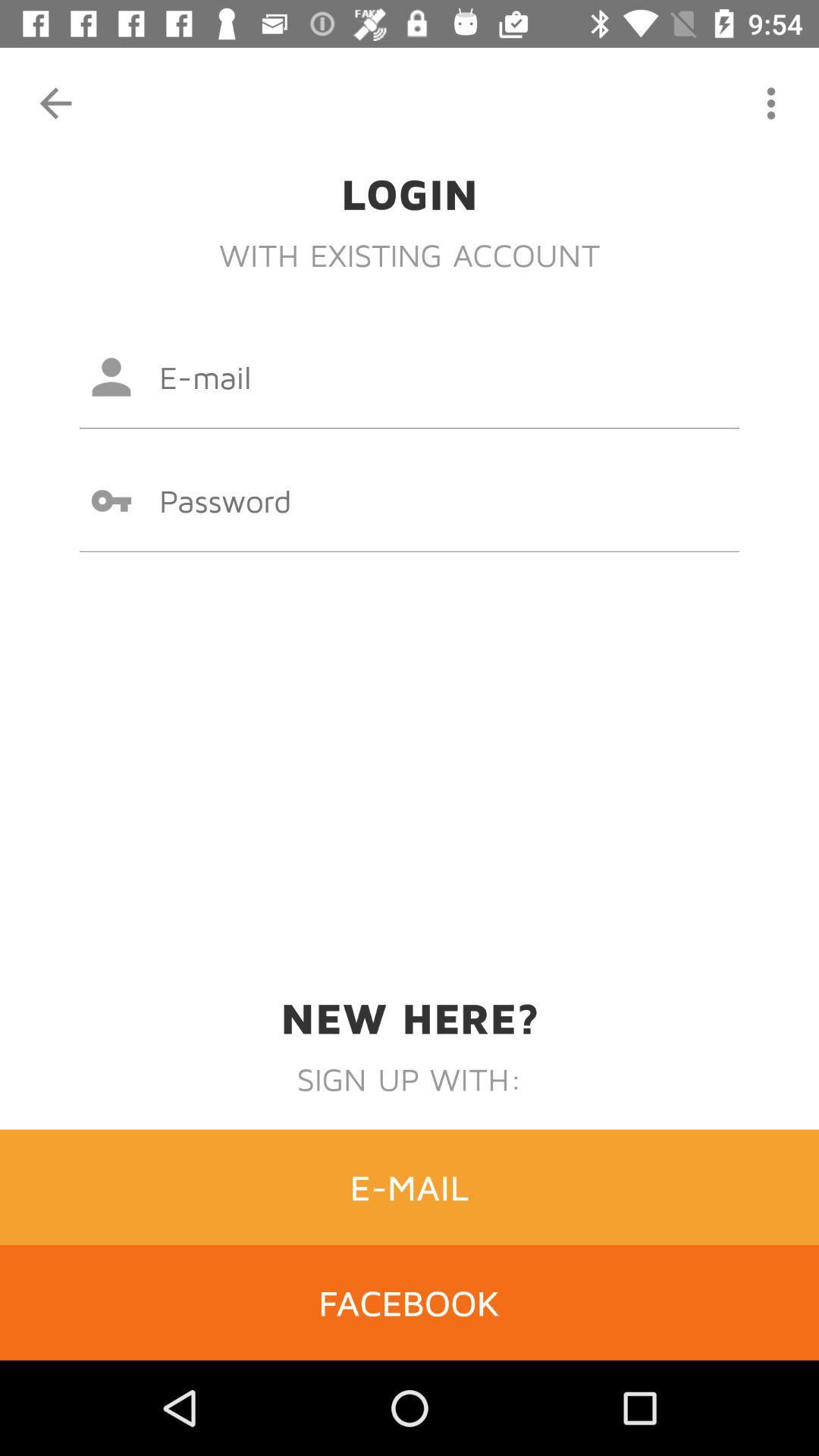  I want to click on icon below the with existing account icon, so click(409, 377).